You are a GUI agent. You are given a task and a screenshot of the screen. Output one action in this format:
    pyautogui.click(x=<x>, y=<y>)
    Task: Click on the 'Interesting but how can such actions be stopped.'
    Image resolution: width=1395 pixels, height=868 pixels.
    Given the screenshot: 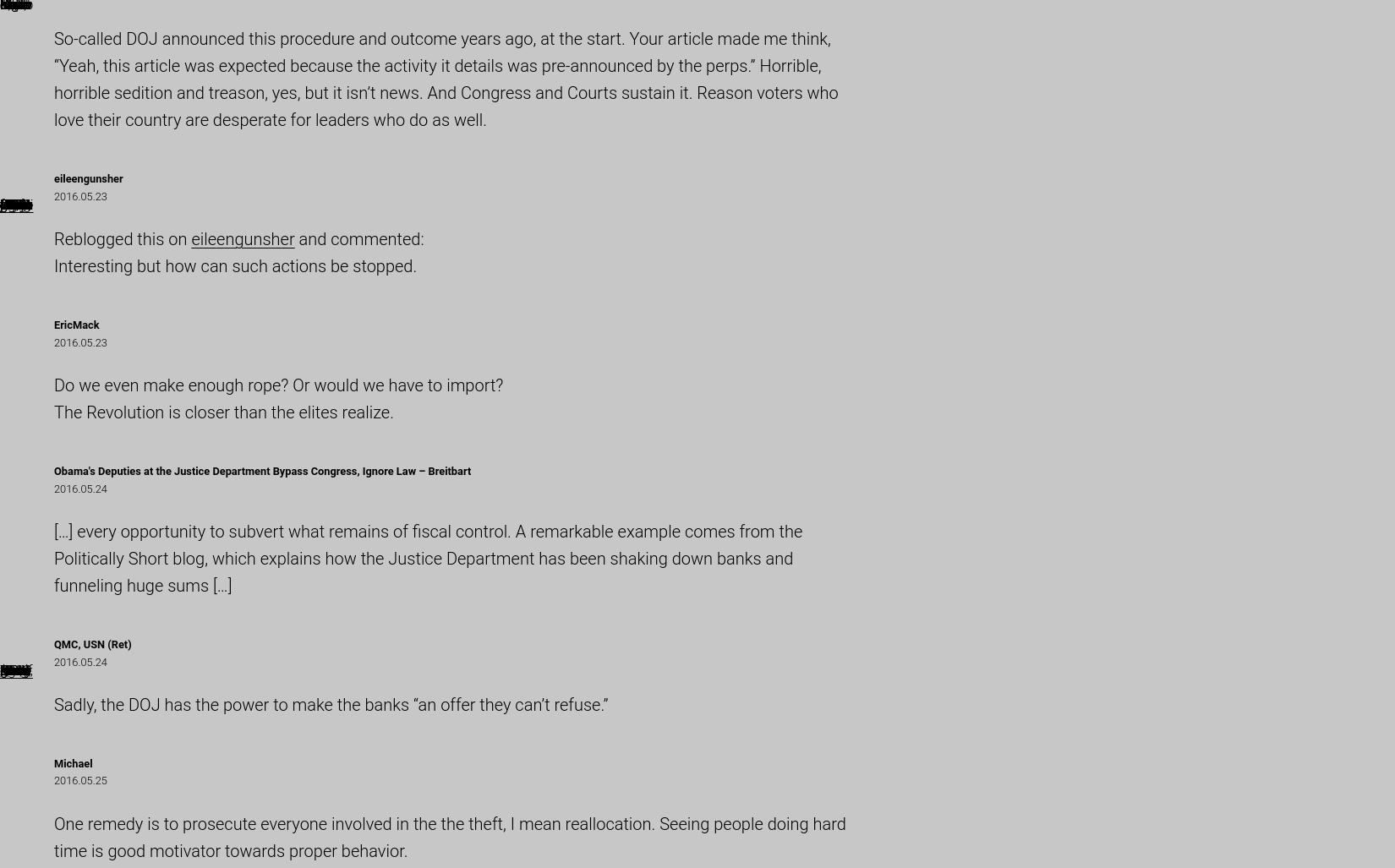 What is the action you would take?
    pyautogui.click(x=54, y=265)
    